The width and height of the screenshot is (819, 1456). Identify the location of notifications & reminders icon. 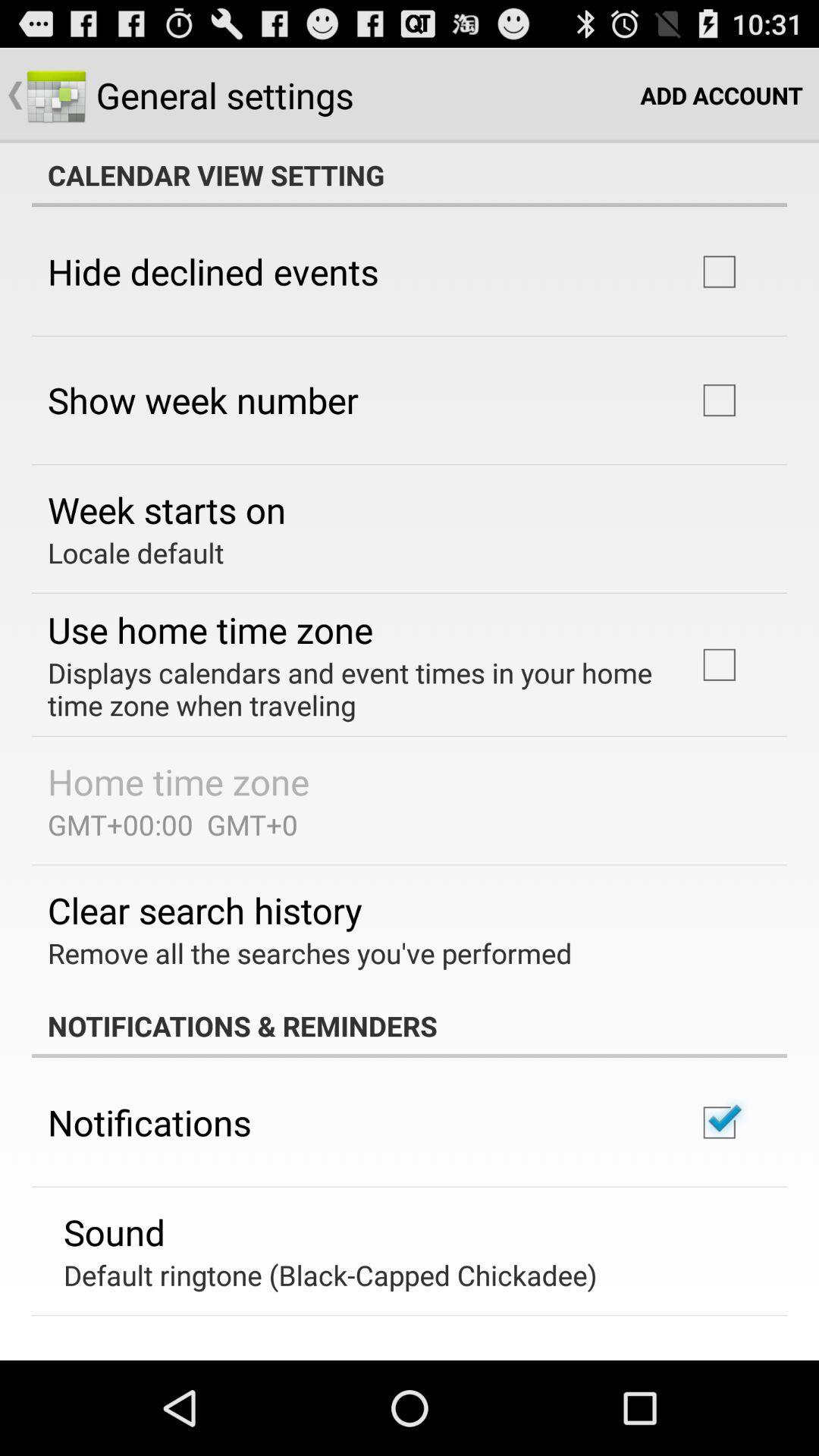
(409, 1026).